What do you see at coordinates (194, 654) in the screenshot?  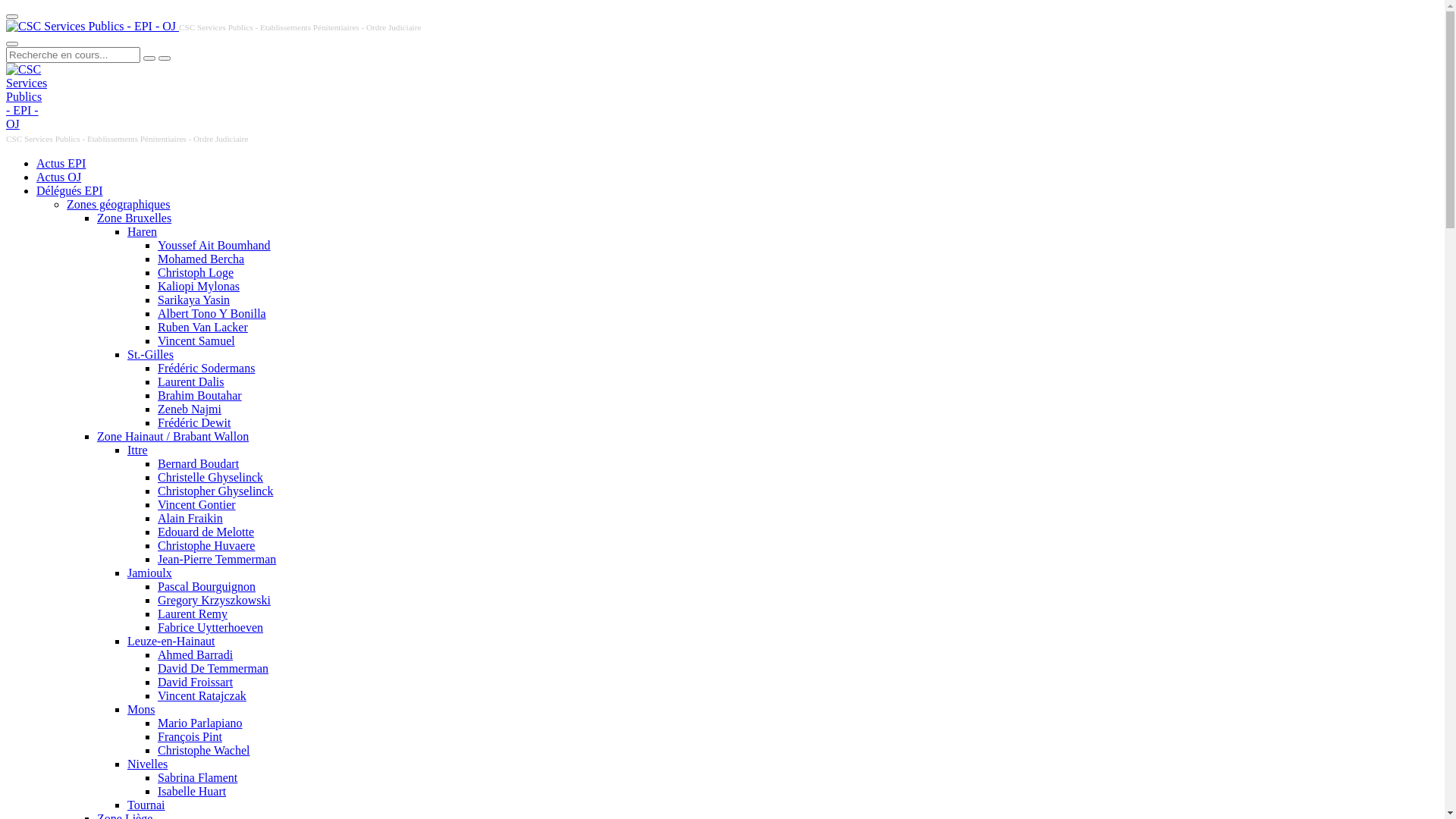 I see `'Ahmed Barradi'` at bounding box center [194, 654].